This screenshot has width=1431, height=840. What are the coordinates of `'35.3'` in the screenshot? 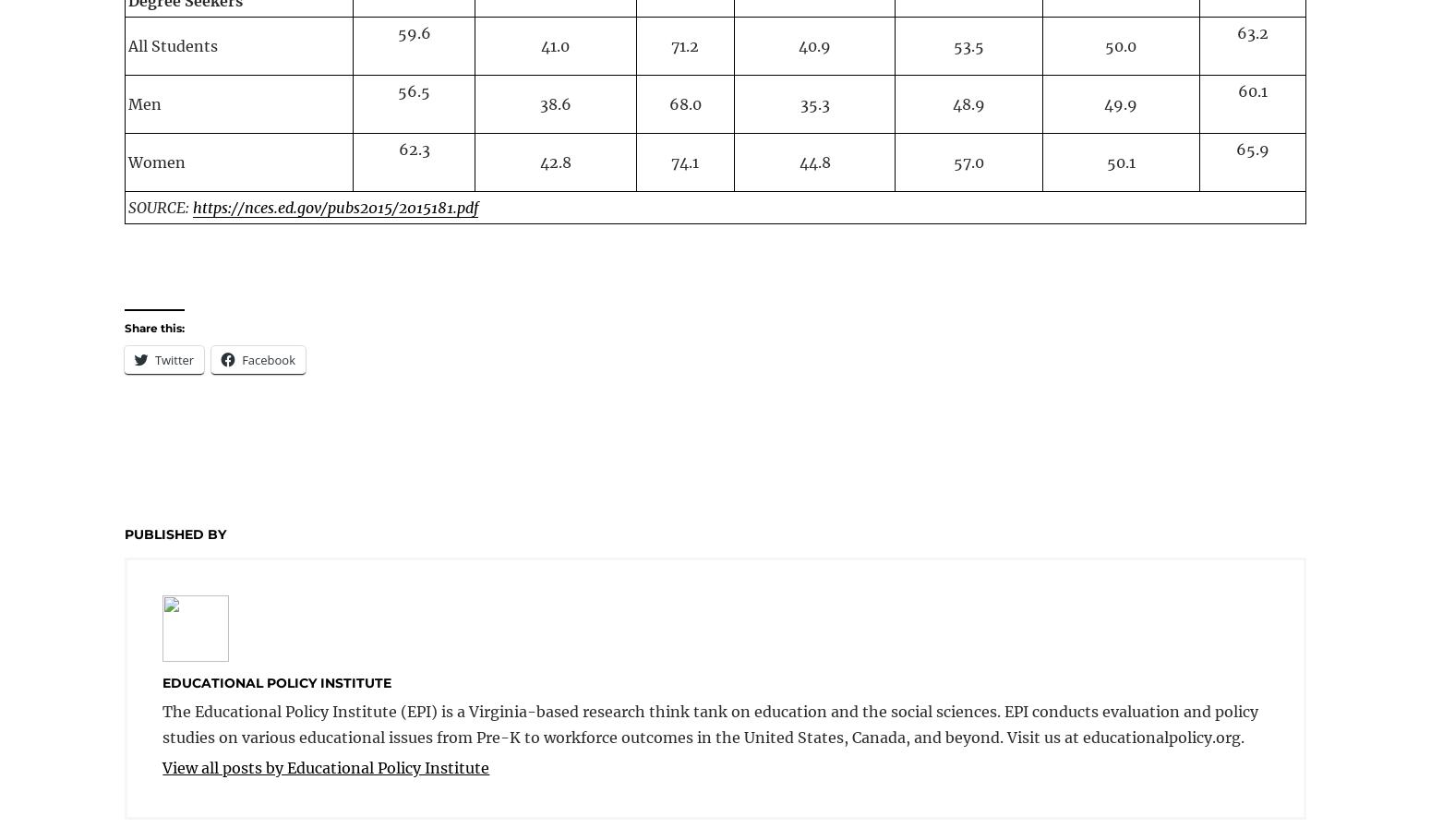 It's located at (813, 103).